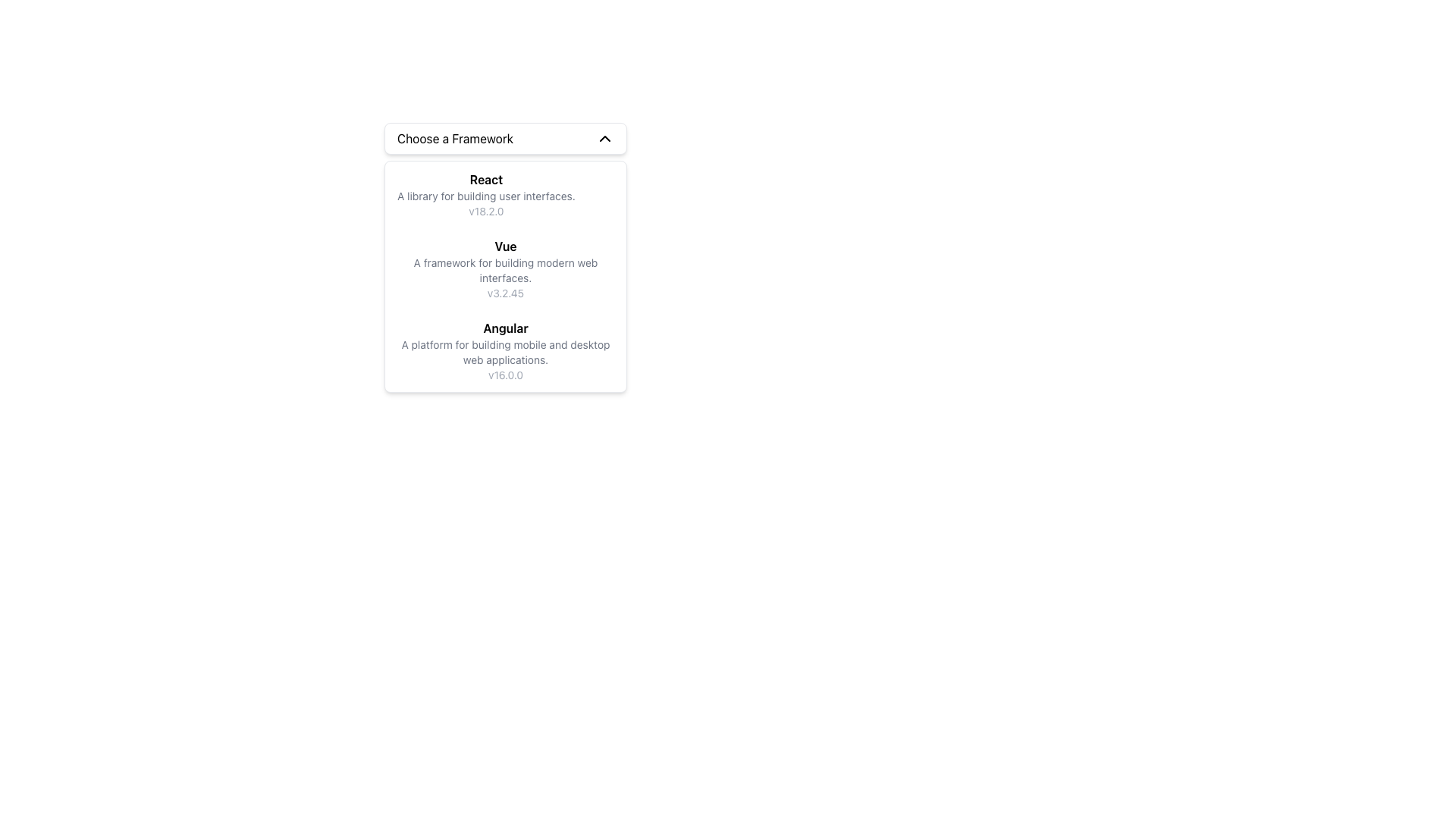  What do you see at coordinates (506, 245) in the screenshot?
I see `the text element displaying 'Vue', which is a bold title in a larger font size located near the center of a vertical list of frameworks under the heading 'Choose a Framework'` at bounding box center [506, 245].